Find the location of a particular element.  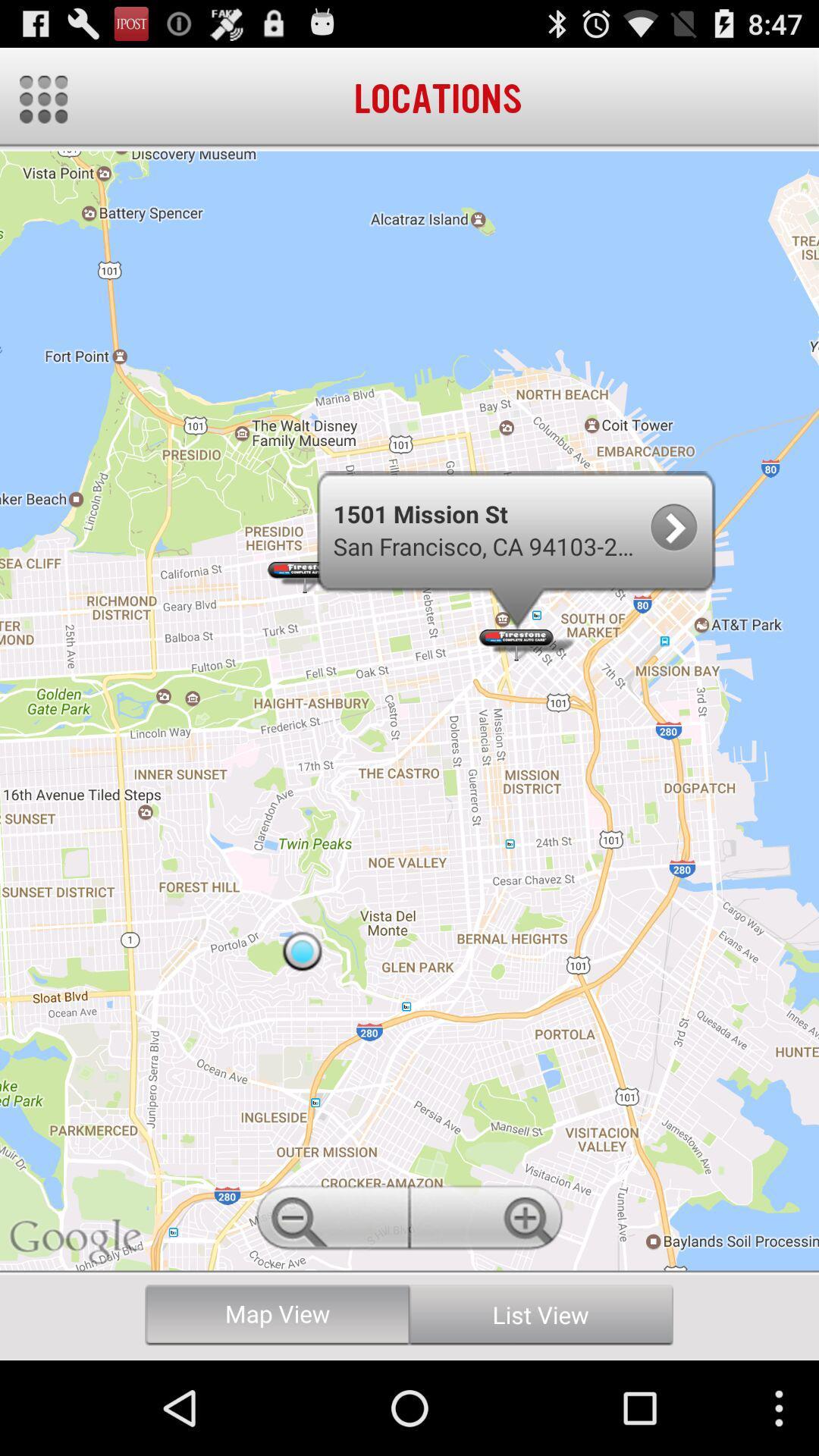

menu option is located at coordinates (42, 99).